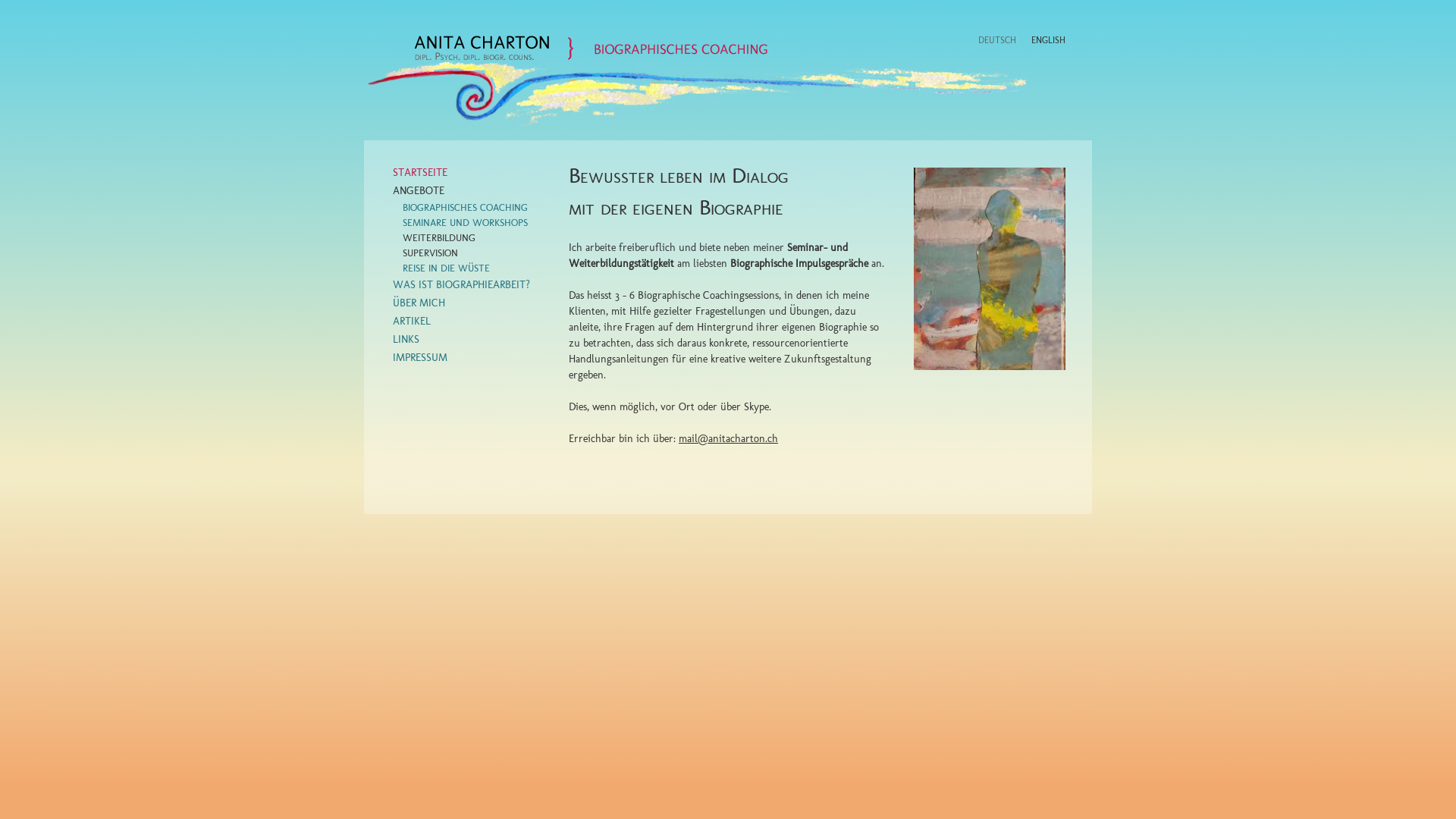 Image resolution: width=1456 pixels, height=819 pixels. What do you see at coordinates (419, 171) in the screenshot?
I see `'STARTSEITE'` at bounding box center [419, 171].